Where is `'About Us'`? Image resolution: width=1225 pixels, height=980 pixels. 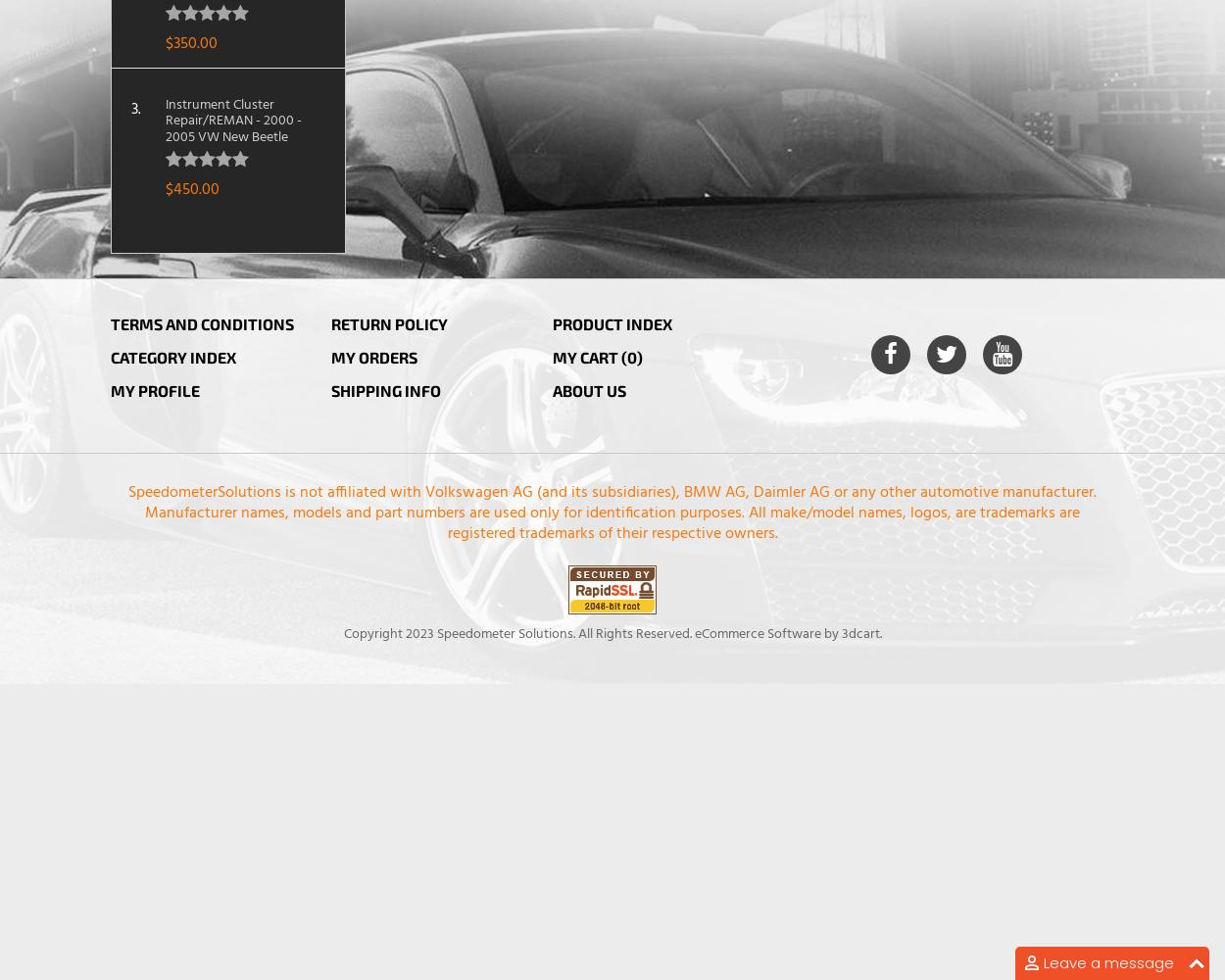 'About Us' is located at coordinates (587, 389).